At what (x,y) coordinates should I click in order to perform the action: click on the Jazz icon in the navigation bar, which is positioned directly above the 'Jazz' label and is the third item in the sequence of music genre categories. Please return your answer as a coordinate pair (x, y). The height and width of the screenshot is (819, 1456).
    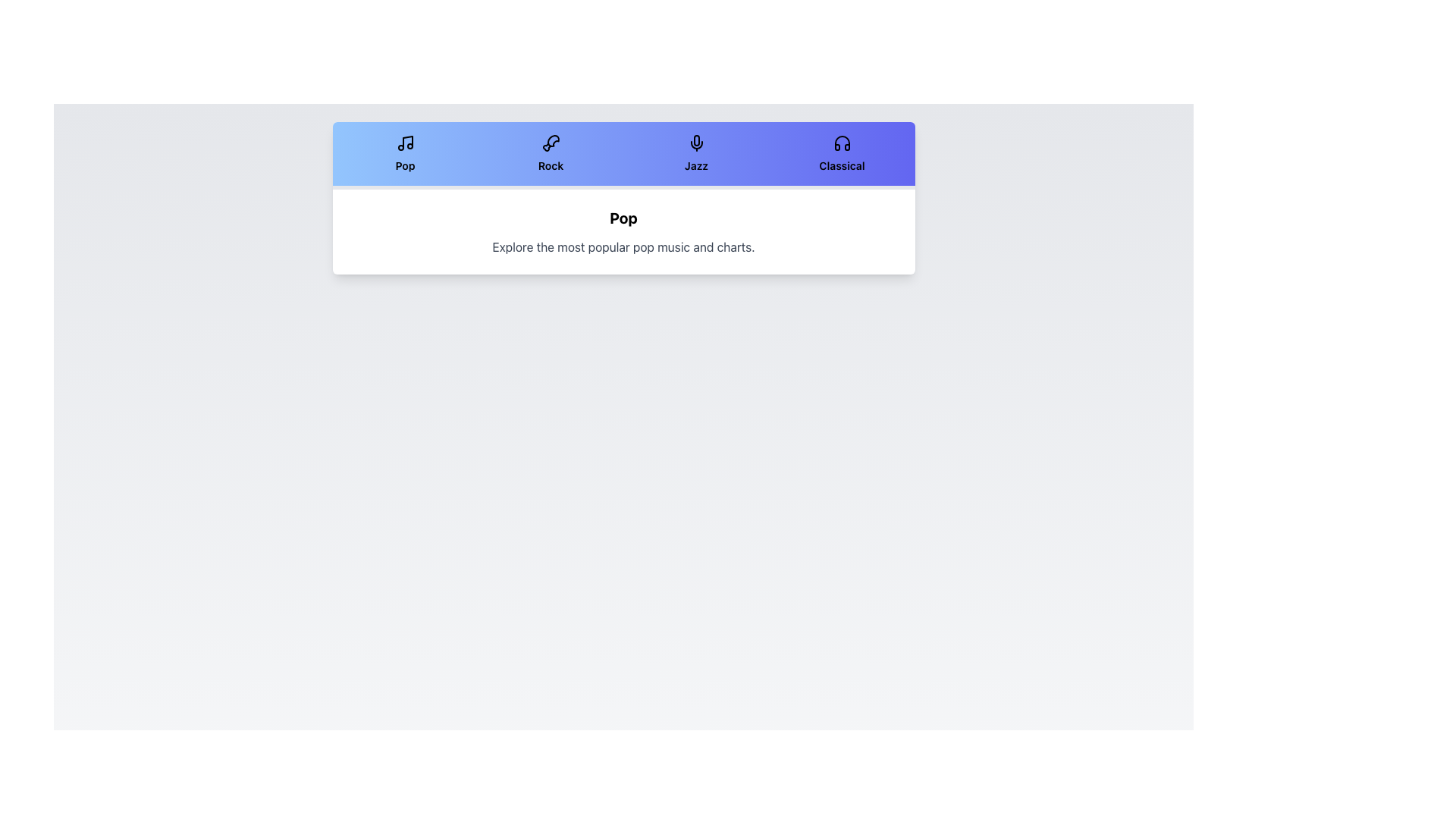
    Looking at the image, I should click on (695, 143).